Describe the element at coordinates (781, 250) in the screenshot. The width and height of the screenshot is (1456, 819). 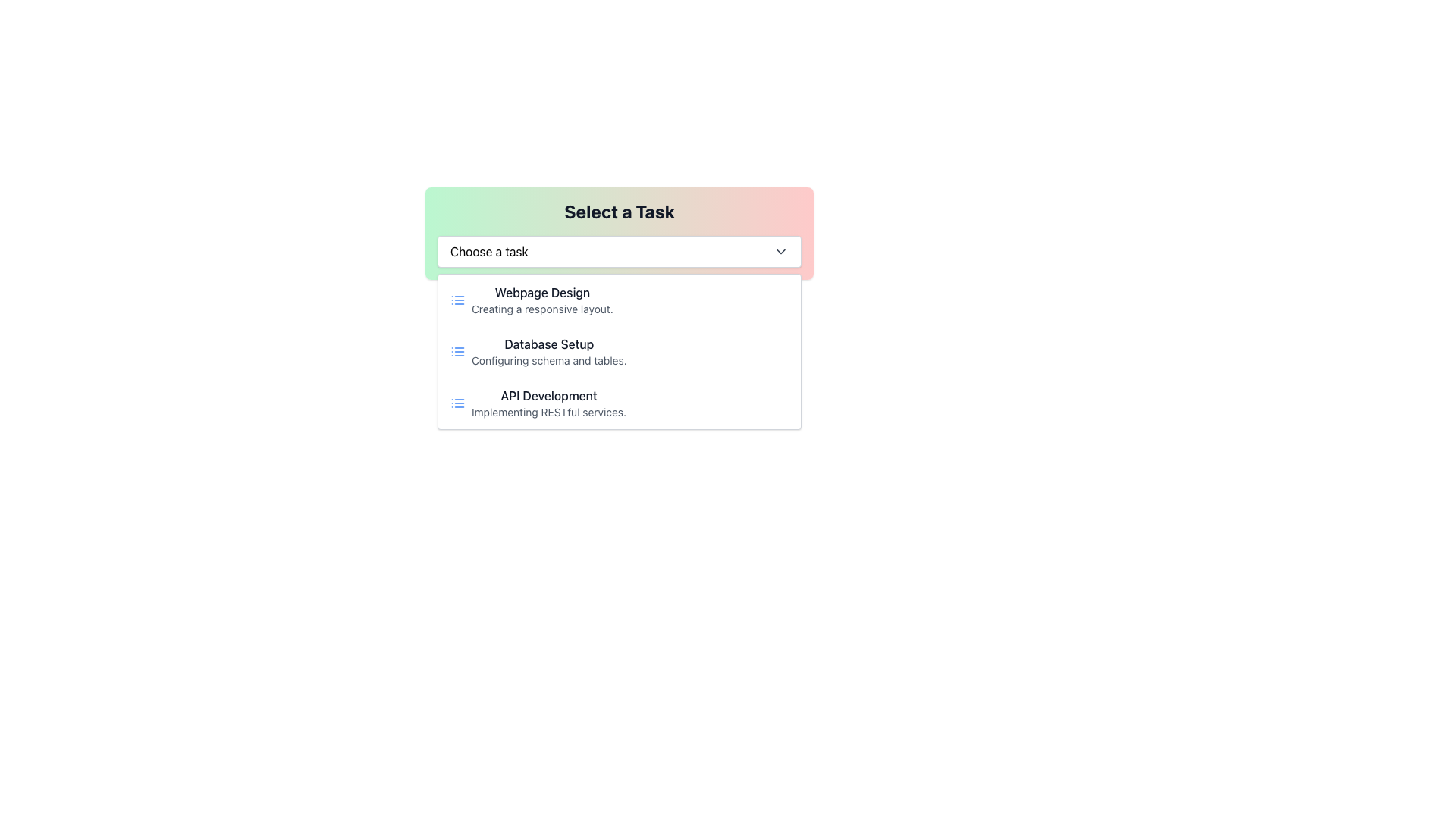
I see `the Dropdown icon located on the far right of the 'Choose a task' dropdown selection bar, aligned horizontally with the text 'Choose a task'` at that location.